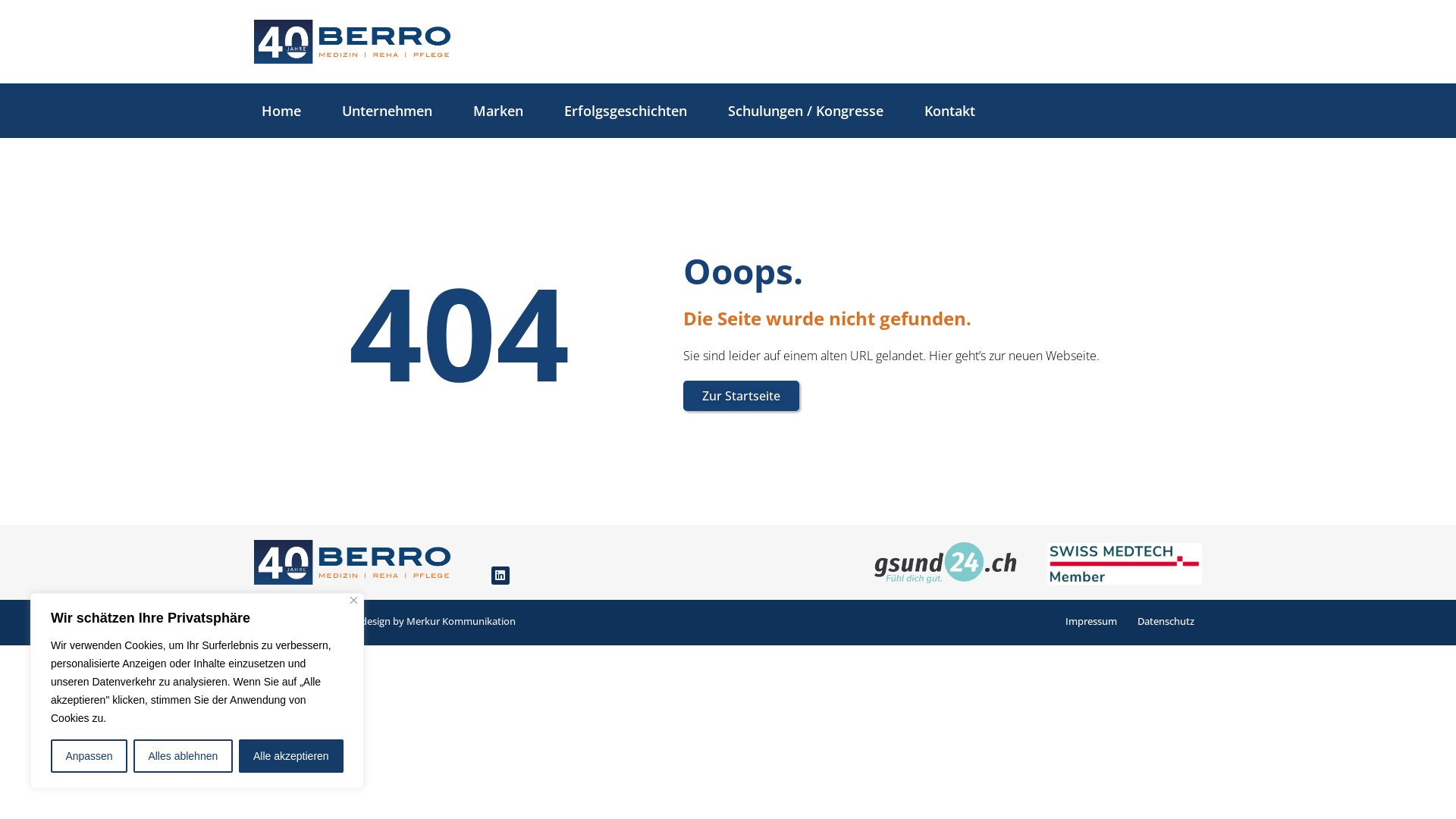 This screenshot has width=1456, height=819. Describe the element at coordinates (457, 110) in the screenshot. I see `'Marken'` at that location.